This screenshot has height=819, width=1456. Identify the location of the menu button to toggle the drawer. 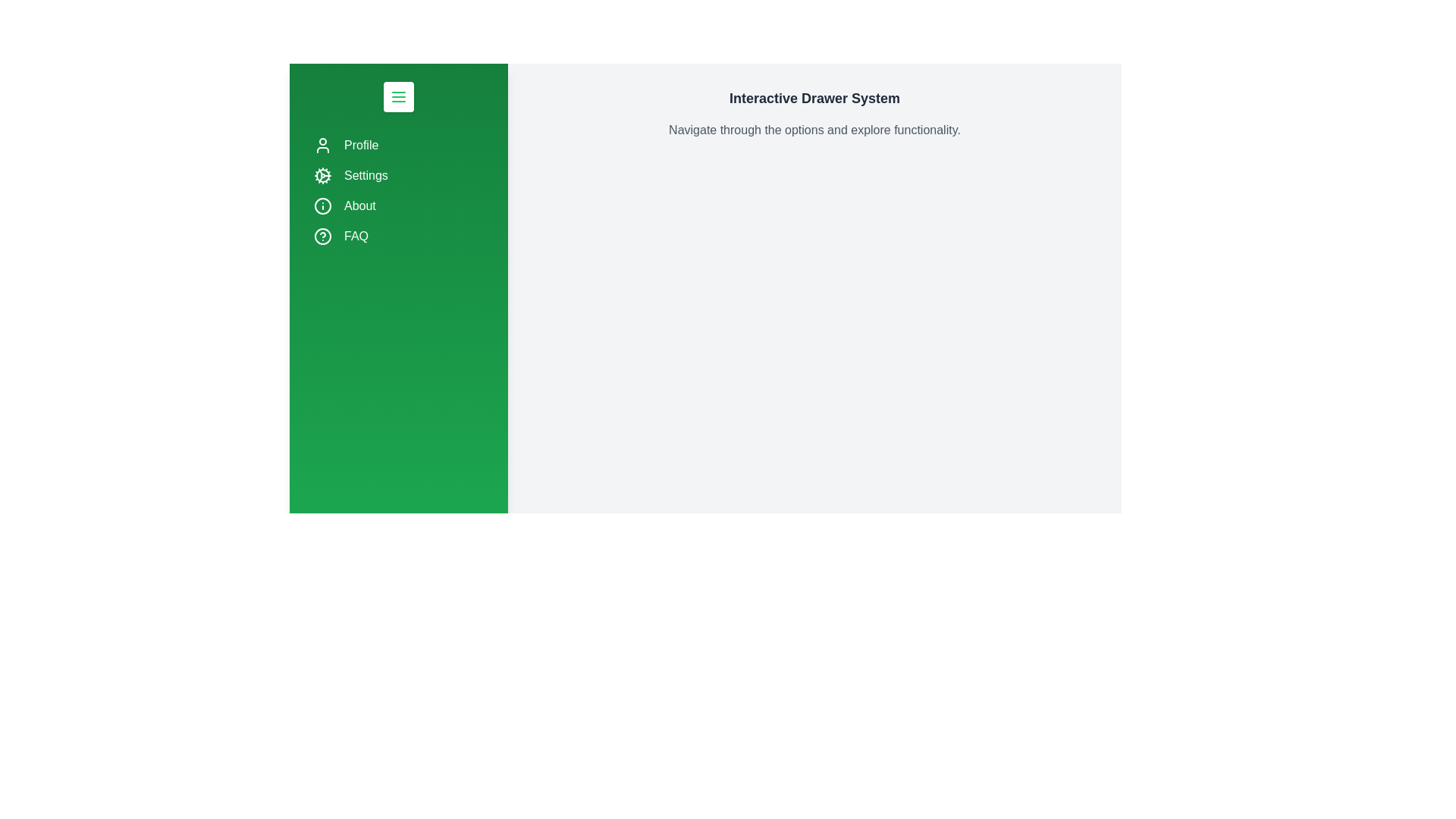
(399, 96).